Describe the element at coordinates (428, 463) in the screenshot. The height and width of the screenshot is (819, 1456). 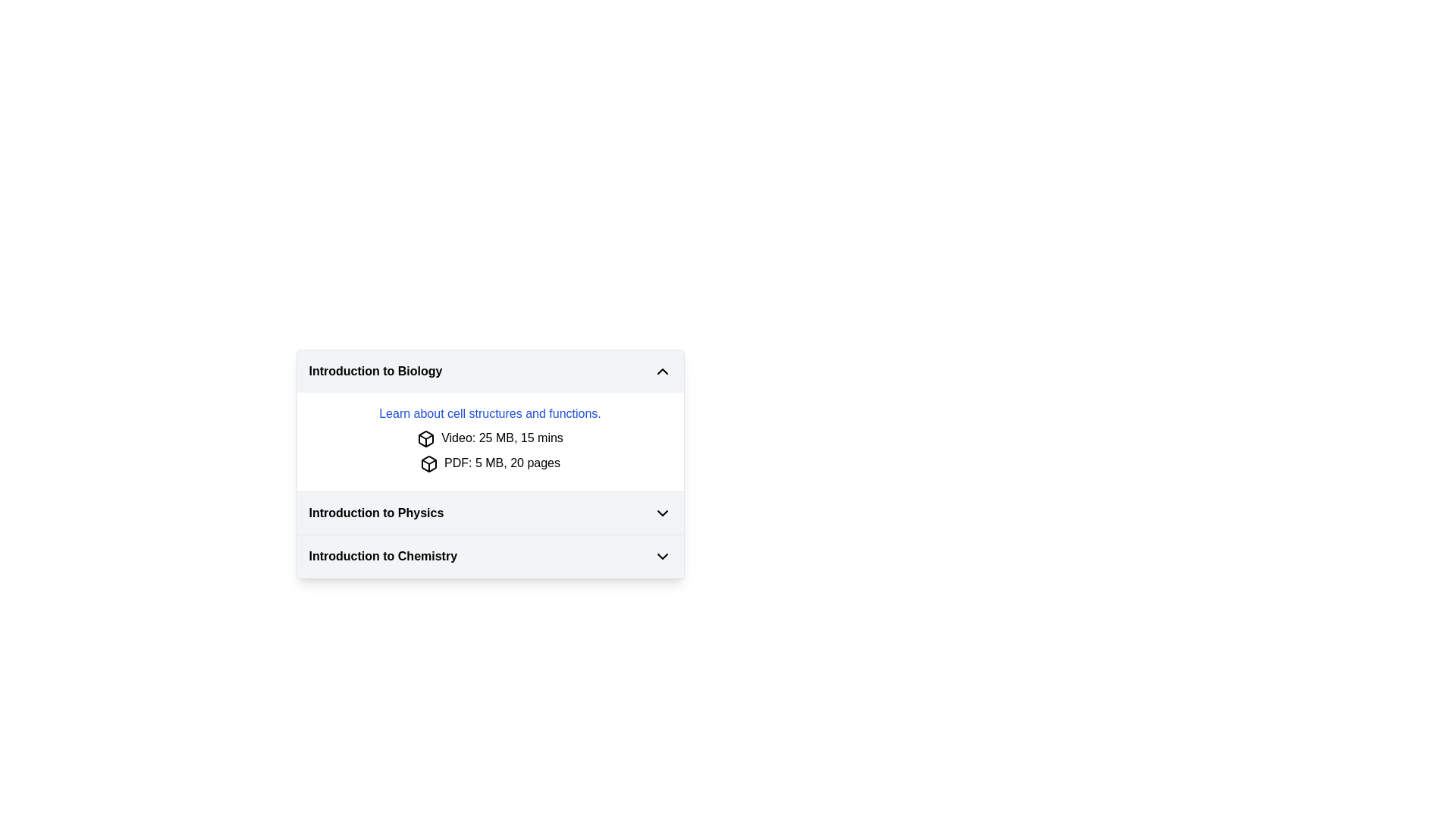
I see `the cube-shaped icon representing a PDF document, located to the left of the text 'PDF: 5 MB, 20 pages' under the 'Introduction to Biology' section` at that location.